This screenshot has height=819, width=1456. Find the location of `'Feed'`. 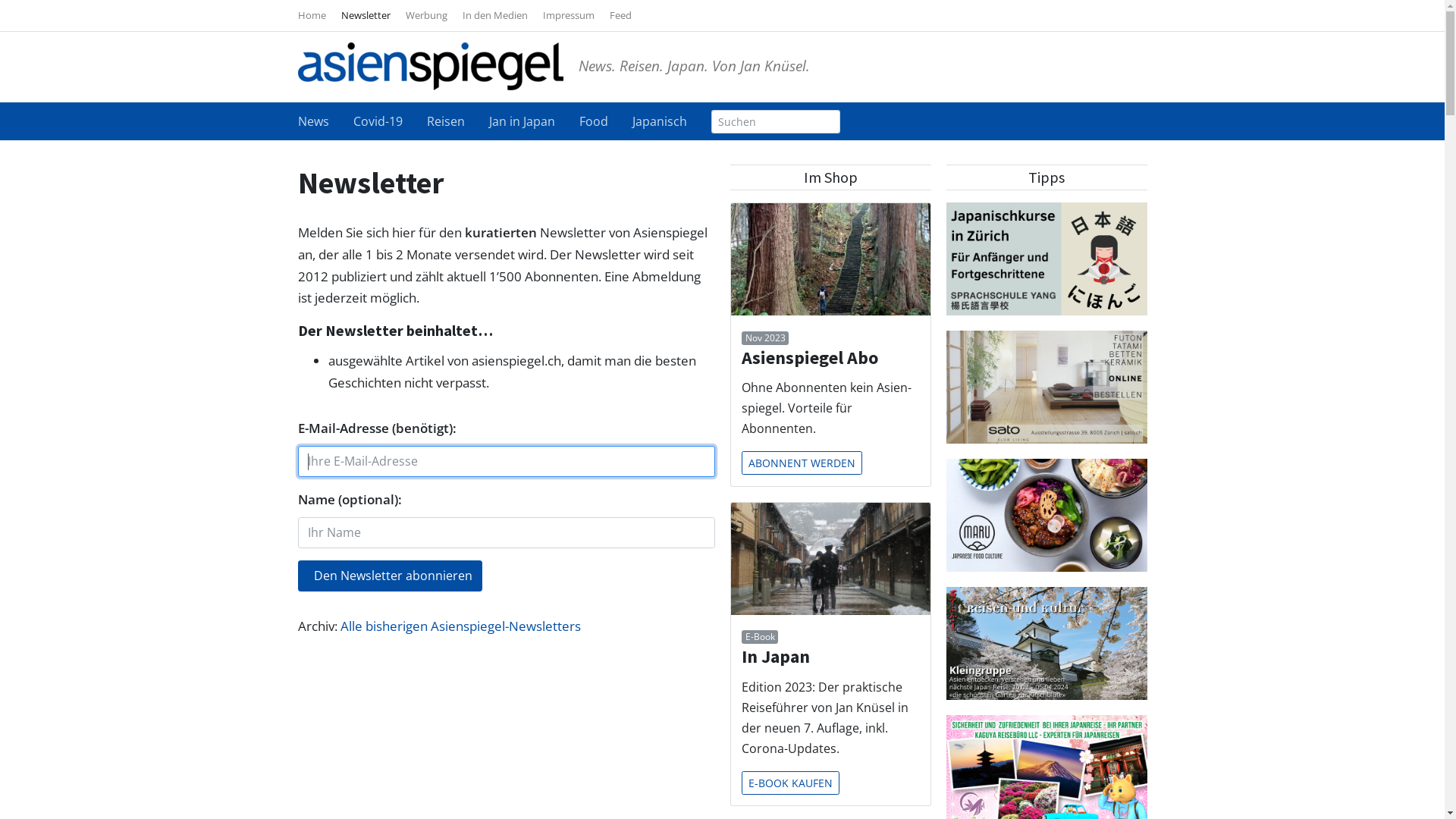

'Feed' is located at coordinates (620, 14).